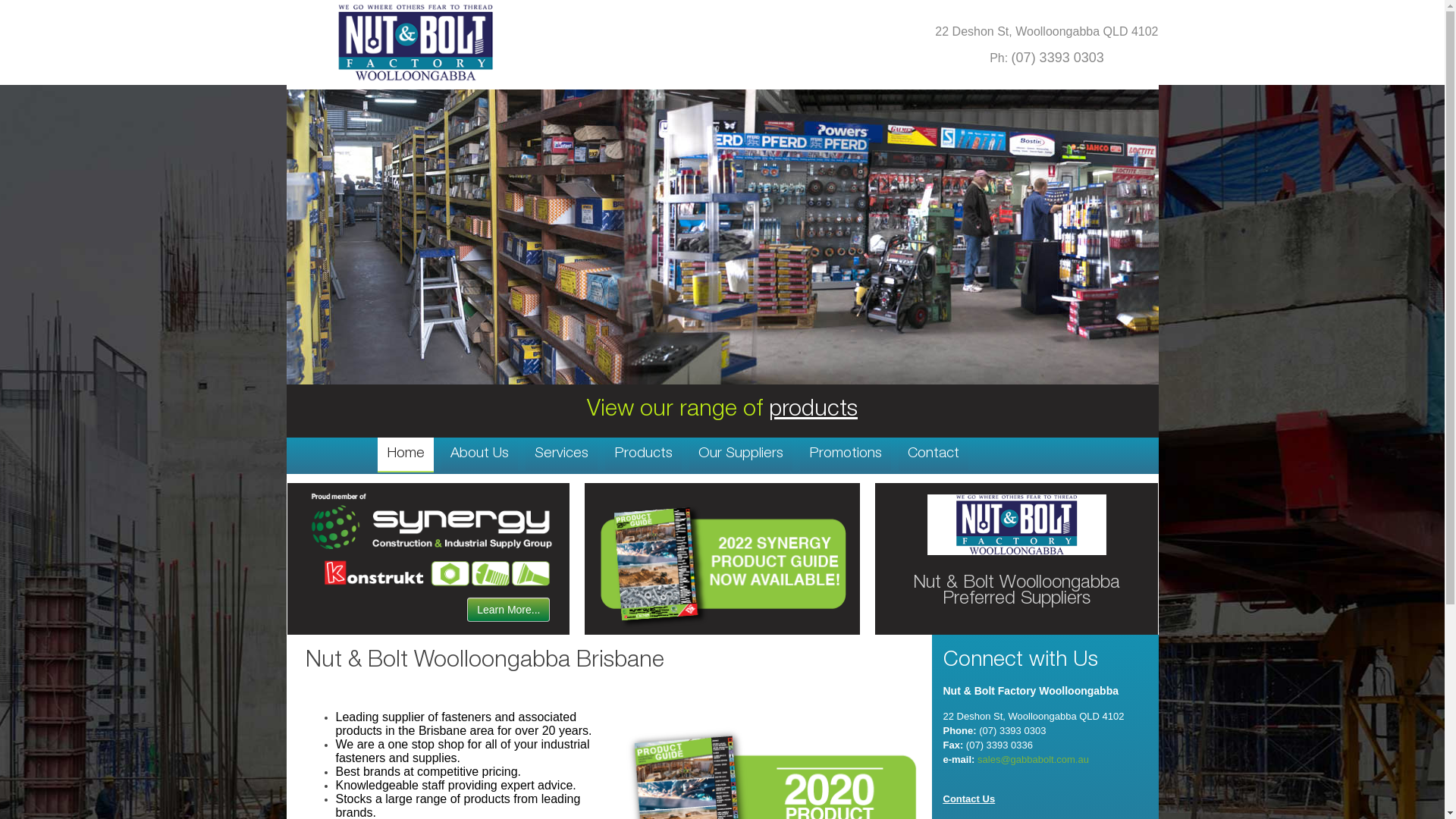  Describe the element at coordinates (739, 453) in the screenshot. I see `'Our Suppliers'` at that location.